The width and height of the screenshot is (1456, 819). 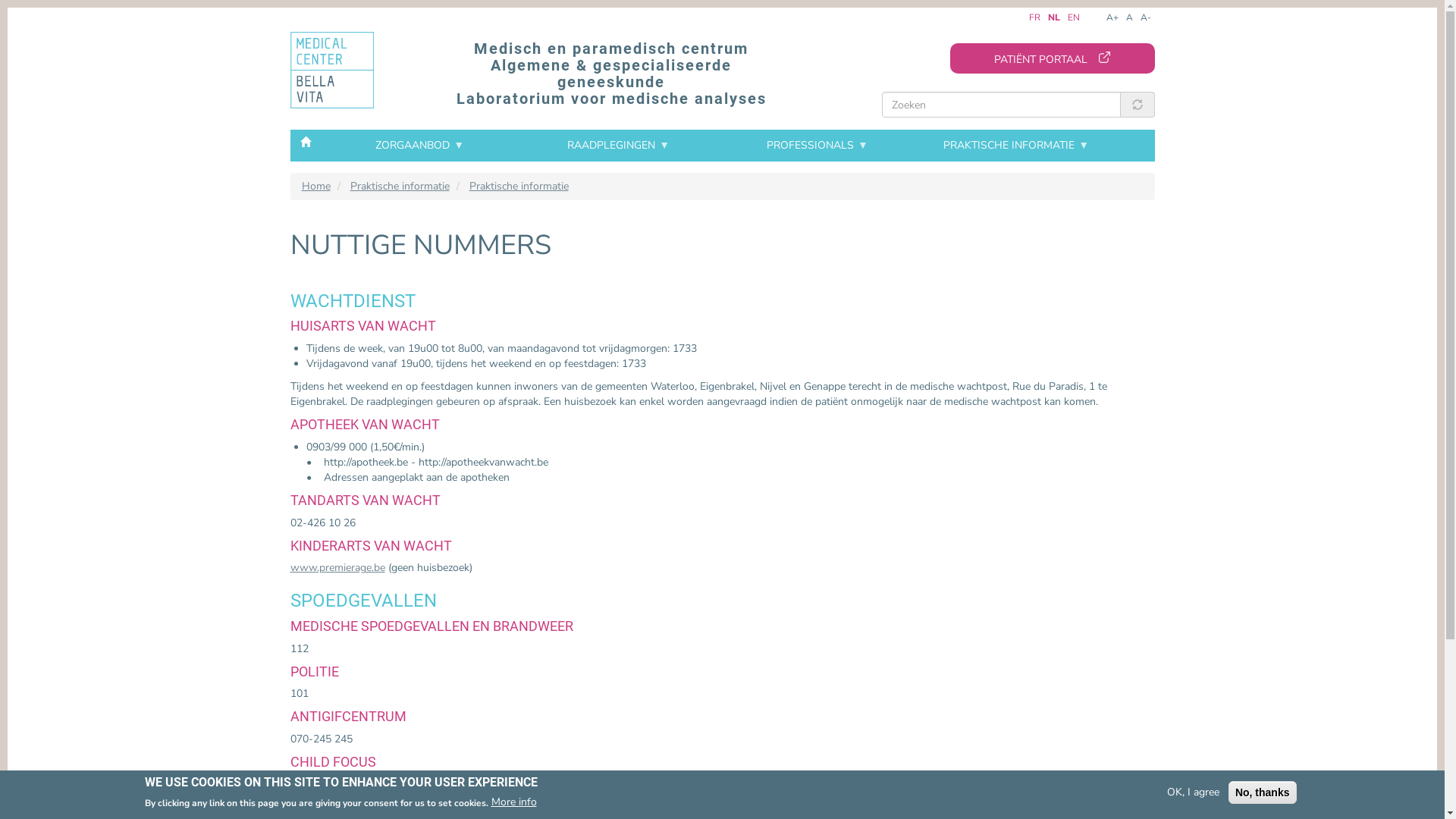 I want to click on 'ZORGAANBOD', so click(x=386, y=205).